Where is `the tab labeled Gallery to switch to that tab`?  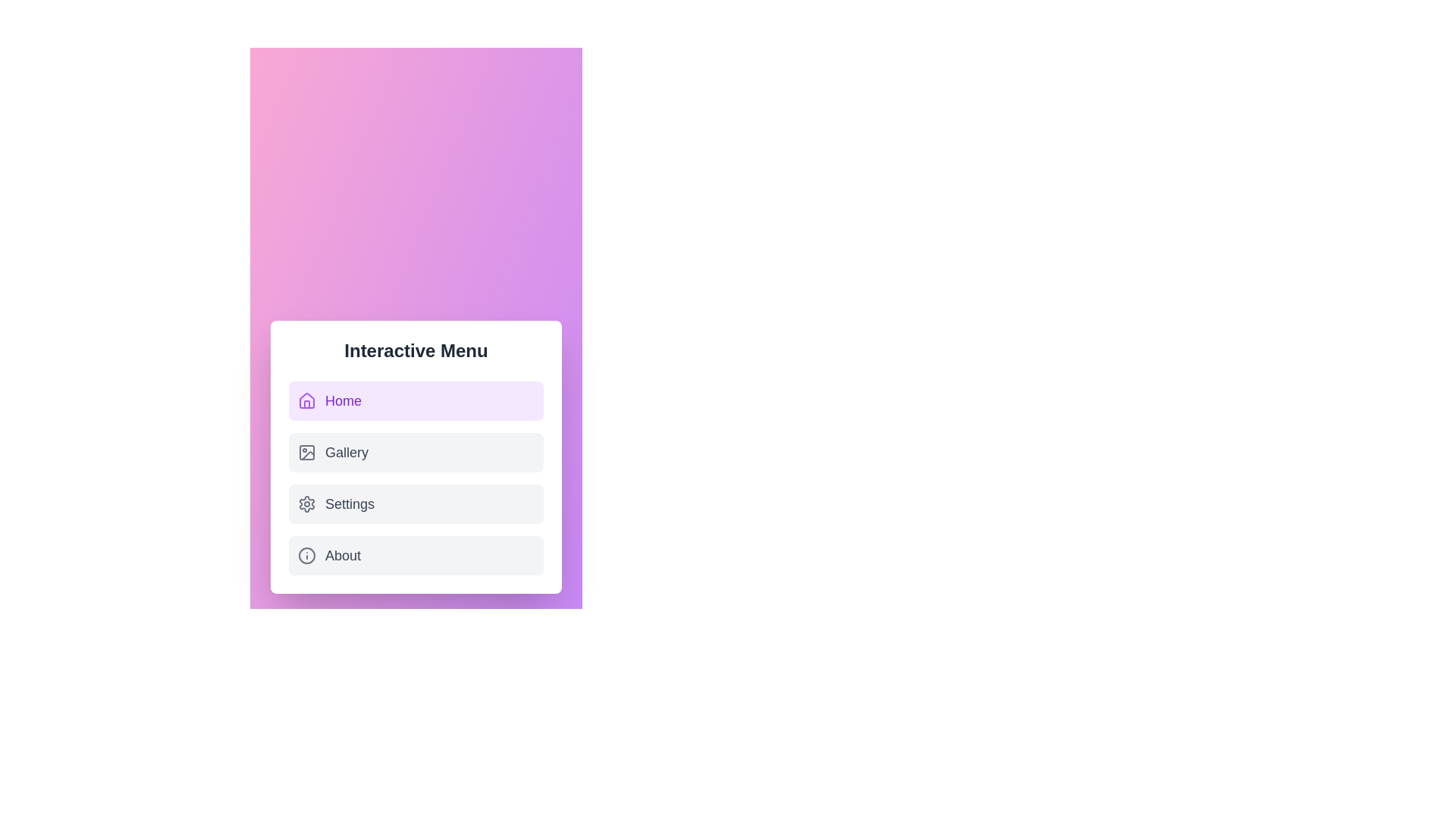 the tab labeled Gallery to switch to that tab is located at coordinates (416, 452).